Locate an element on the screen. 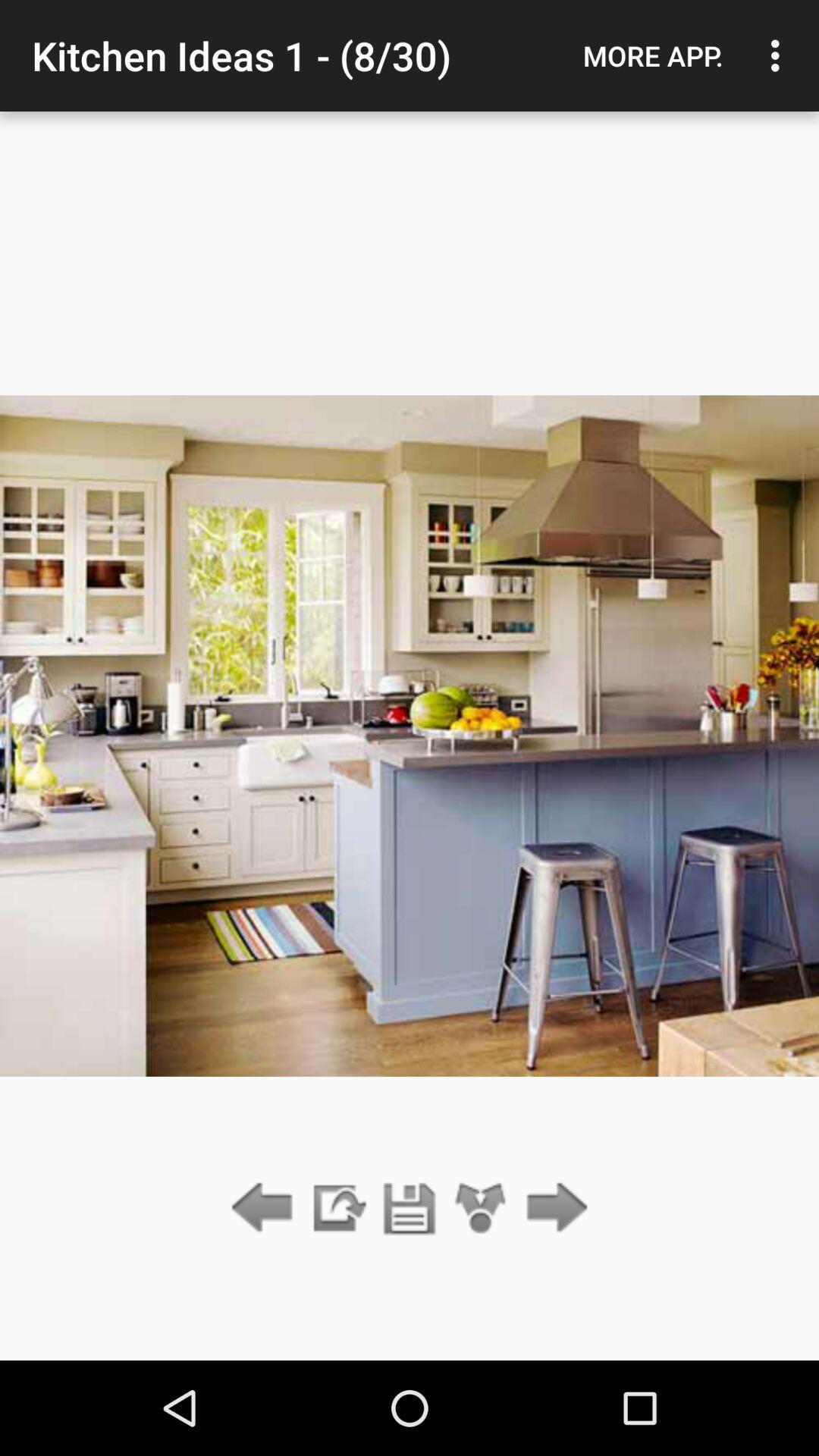 The height and width of the screenshot is (1456, 819). the save icon is located at coordinates (409, 1208).